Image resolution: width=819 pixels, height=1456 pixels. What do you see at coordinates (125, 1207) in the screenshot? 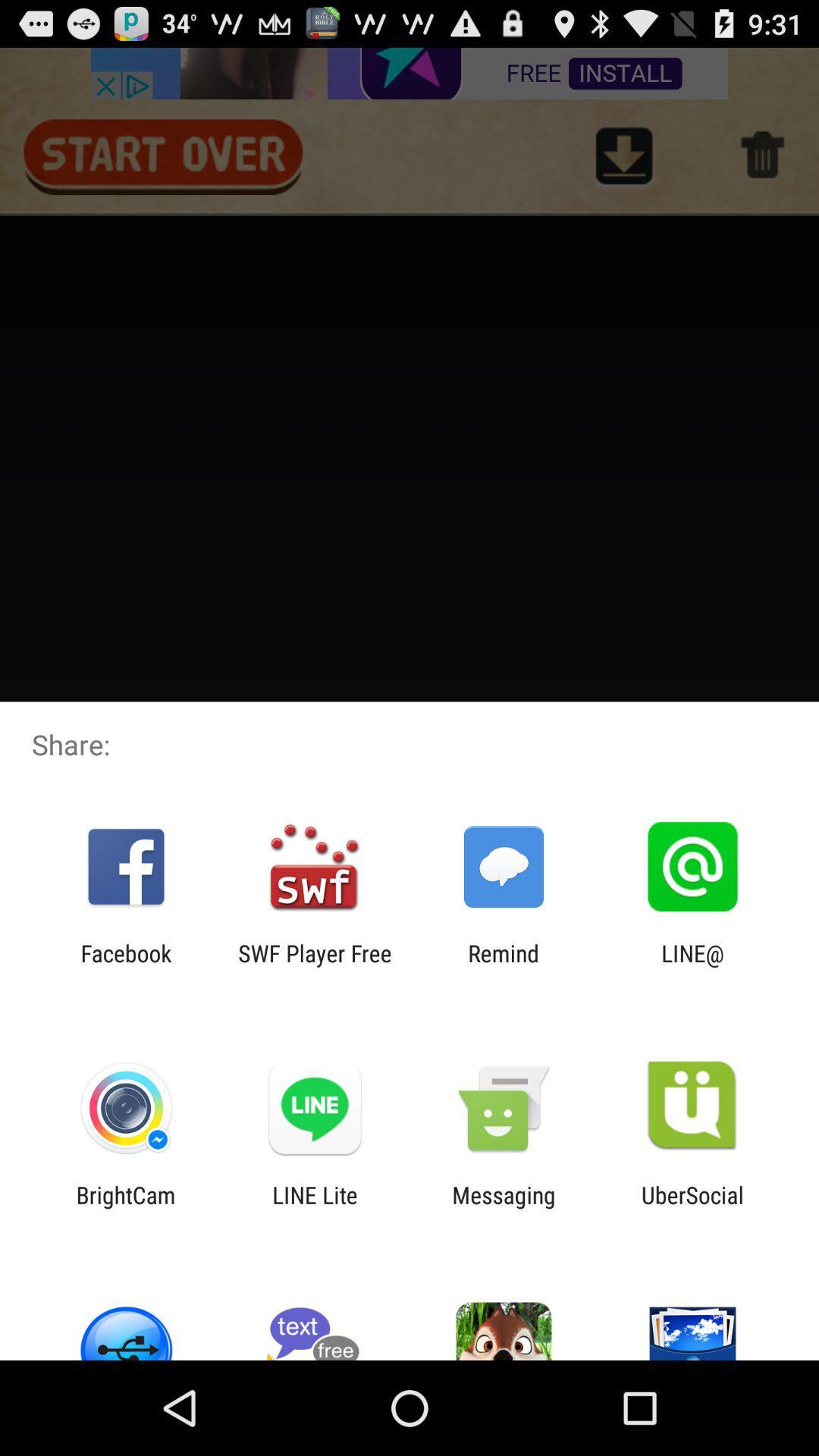
I see `the brightcam app` at bounding box center [125, 1207].